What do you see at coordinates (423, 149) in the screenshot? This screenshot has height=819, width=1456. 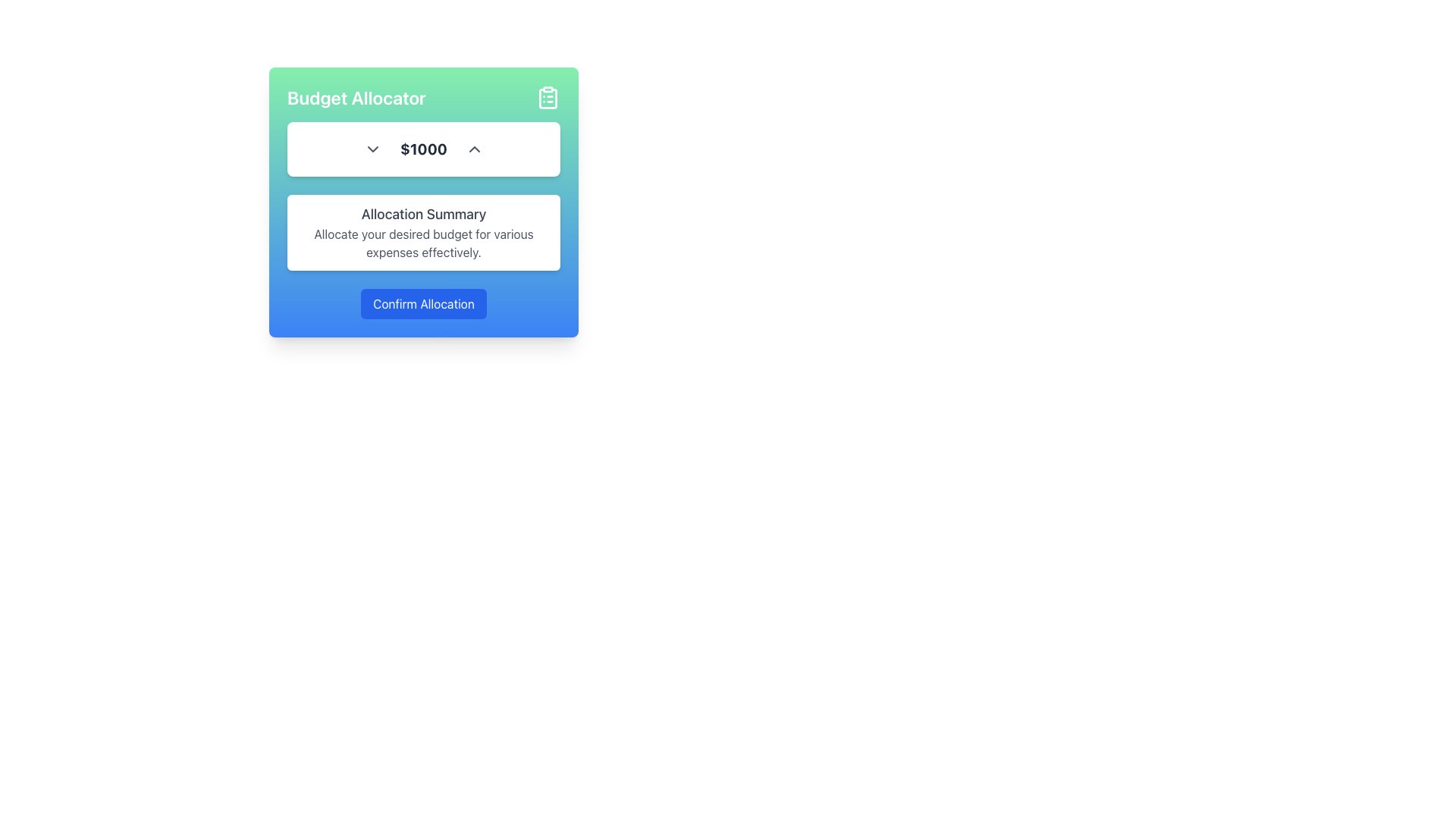 I see `the text label displaying '$1000' in bold, dark-gray, extra-large font, located in the center of a white card-like box` at bounding box center [423, 149].